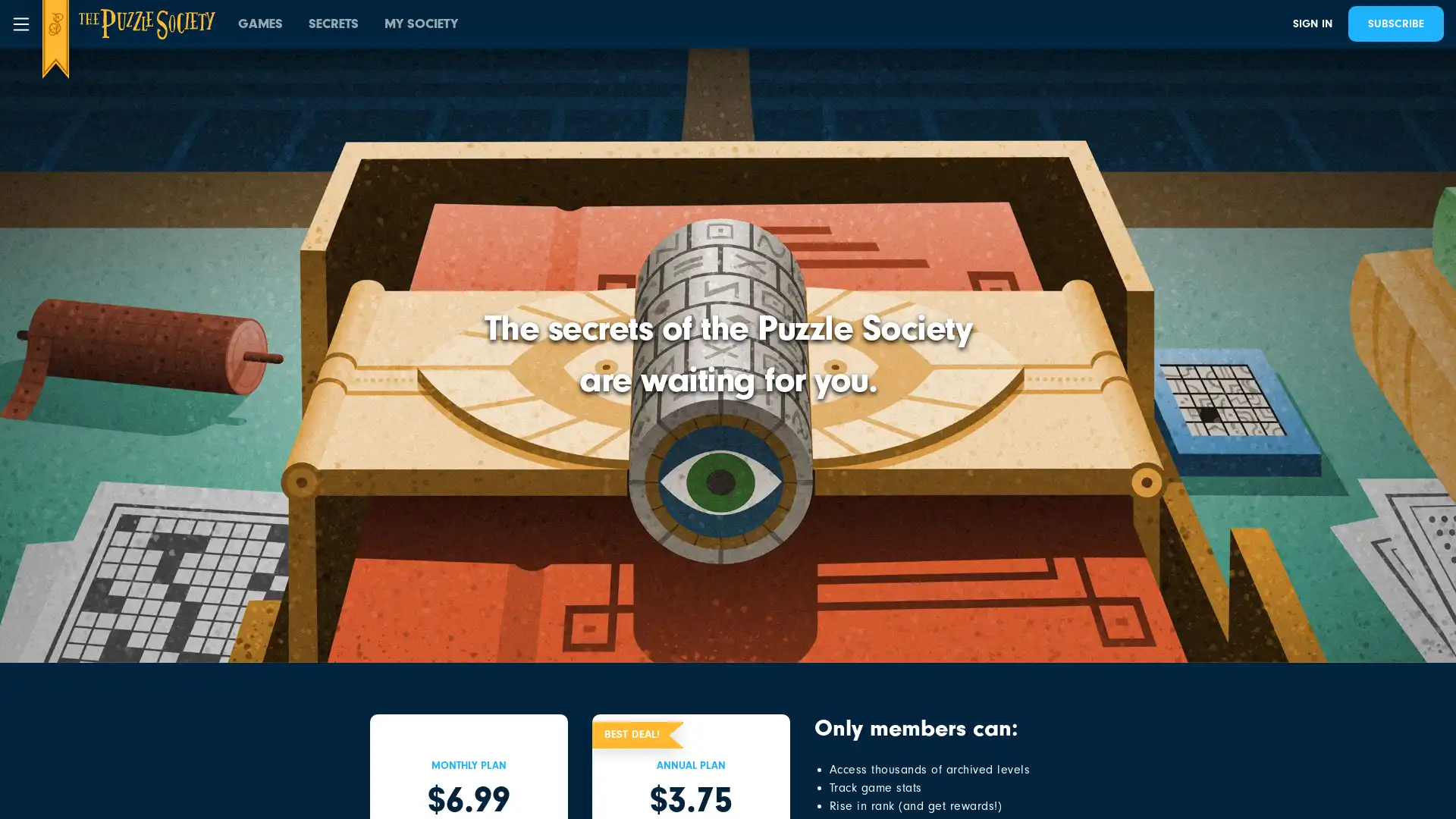  I want to click on SUBSCRIBE, so click(1395, 24).